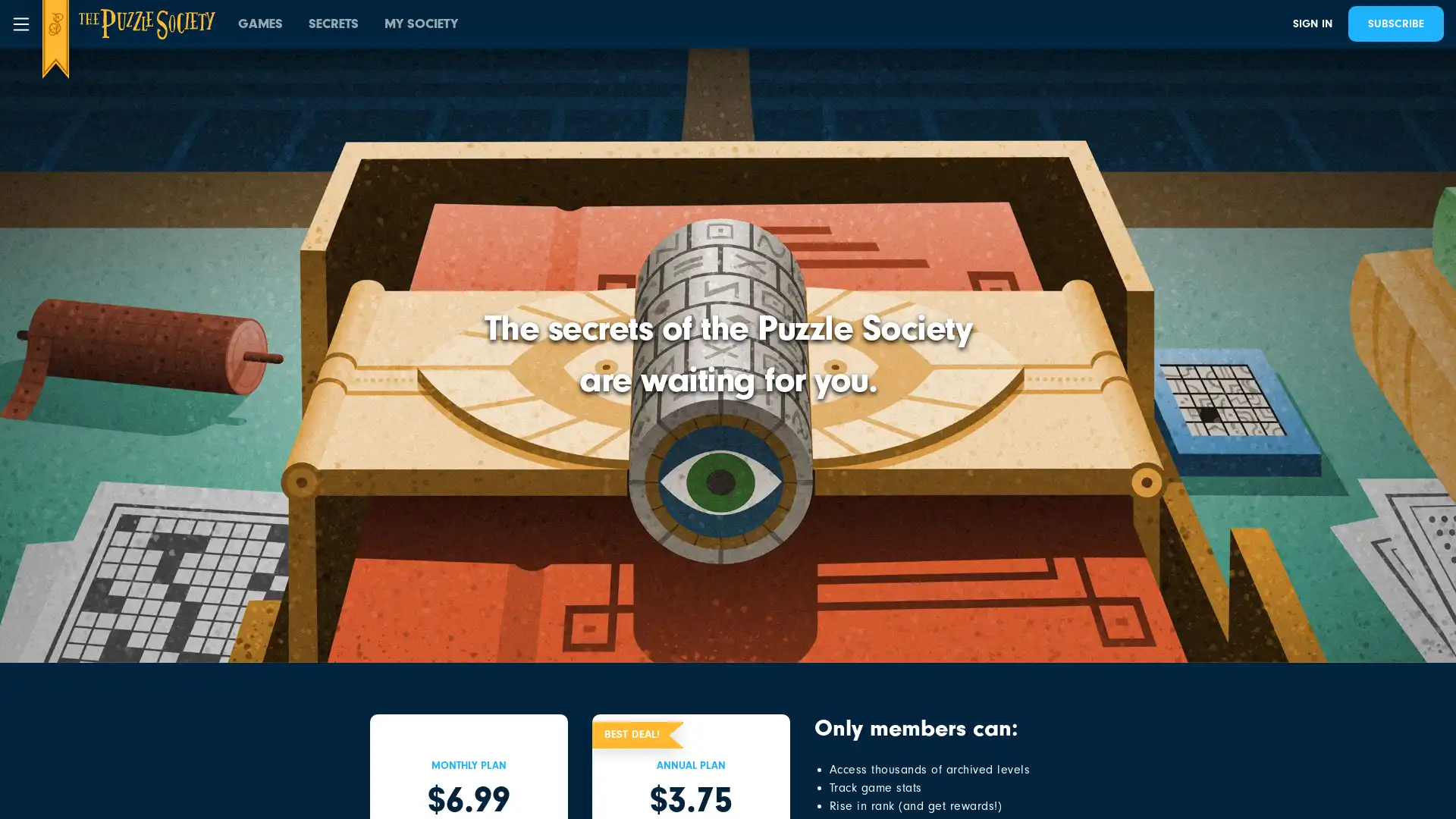  I want to click on SUBSCRIBE, so click(1395, 24).